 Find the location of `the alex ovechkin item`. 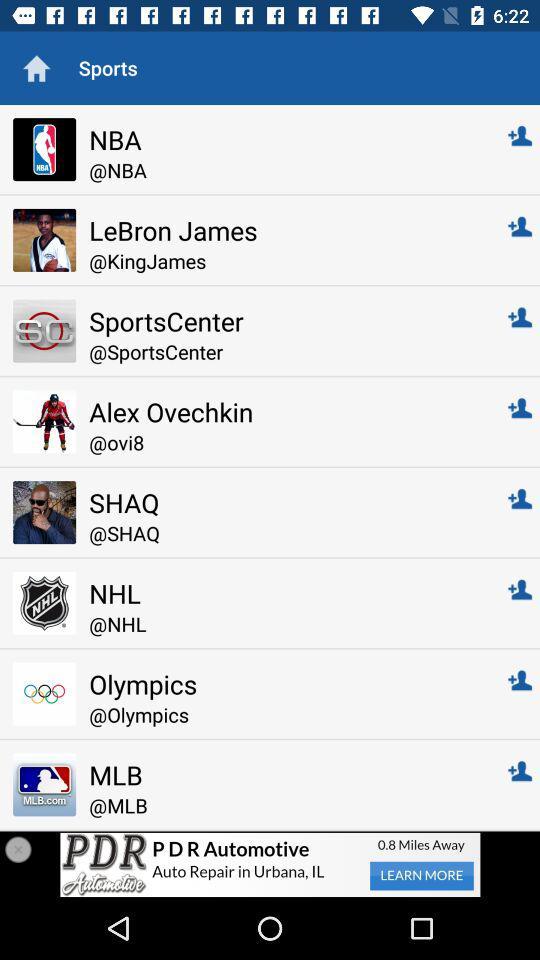

the alex ovechkin item is located at coordinates (284, 410).